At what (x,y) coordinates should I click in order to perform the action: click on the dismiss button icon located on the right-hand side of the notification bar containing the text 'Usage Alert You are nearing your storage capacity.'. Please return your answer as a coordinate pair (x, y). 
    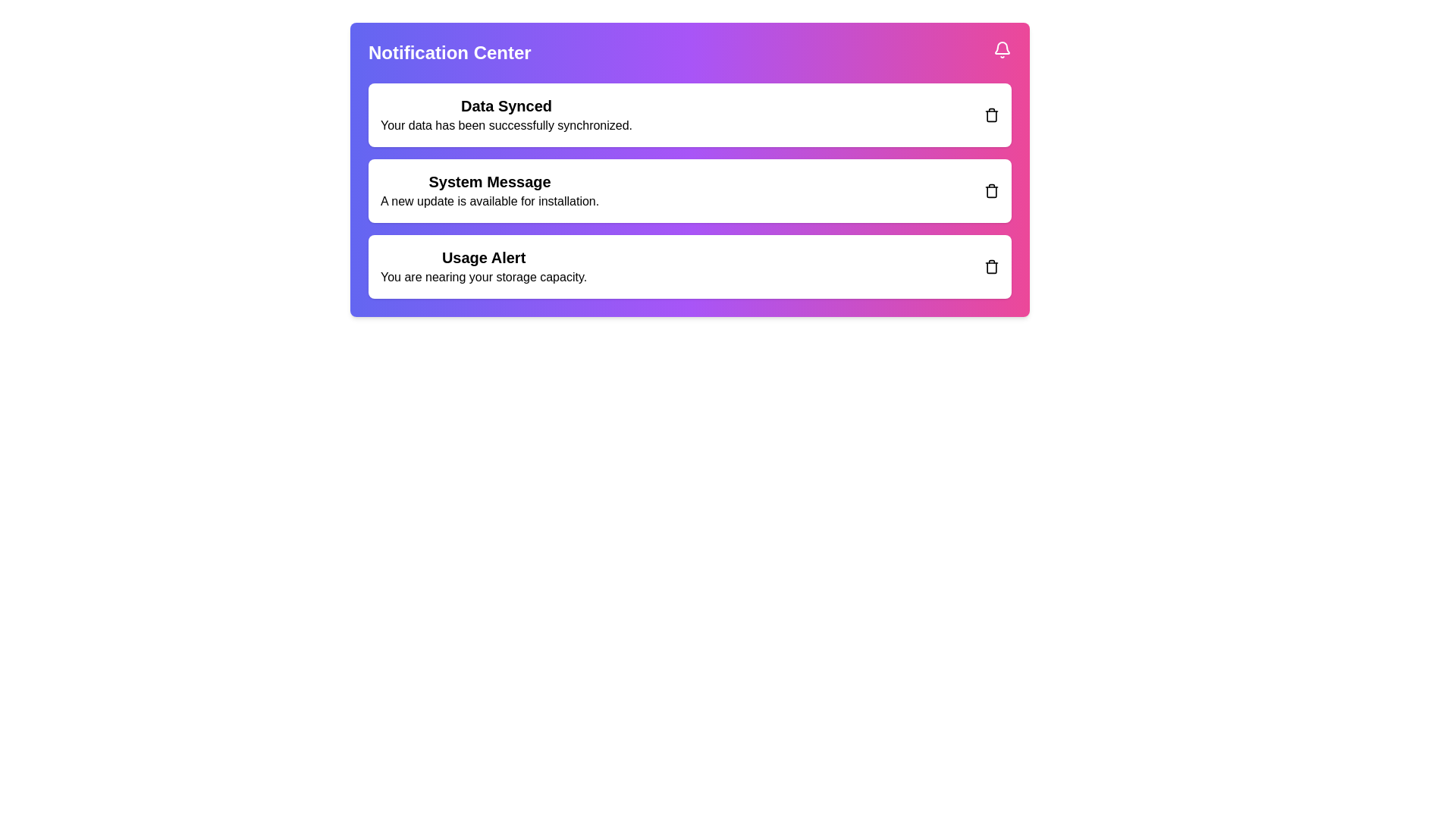
    Looking at the image, I should click on (992, 265).